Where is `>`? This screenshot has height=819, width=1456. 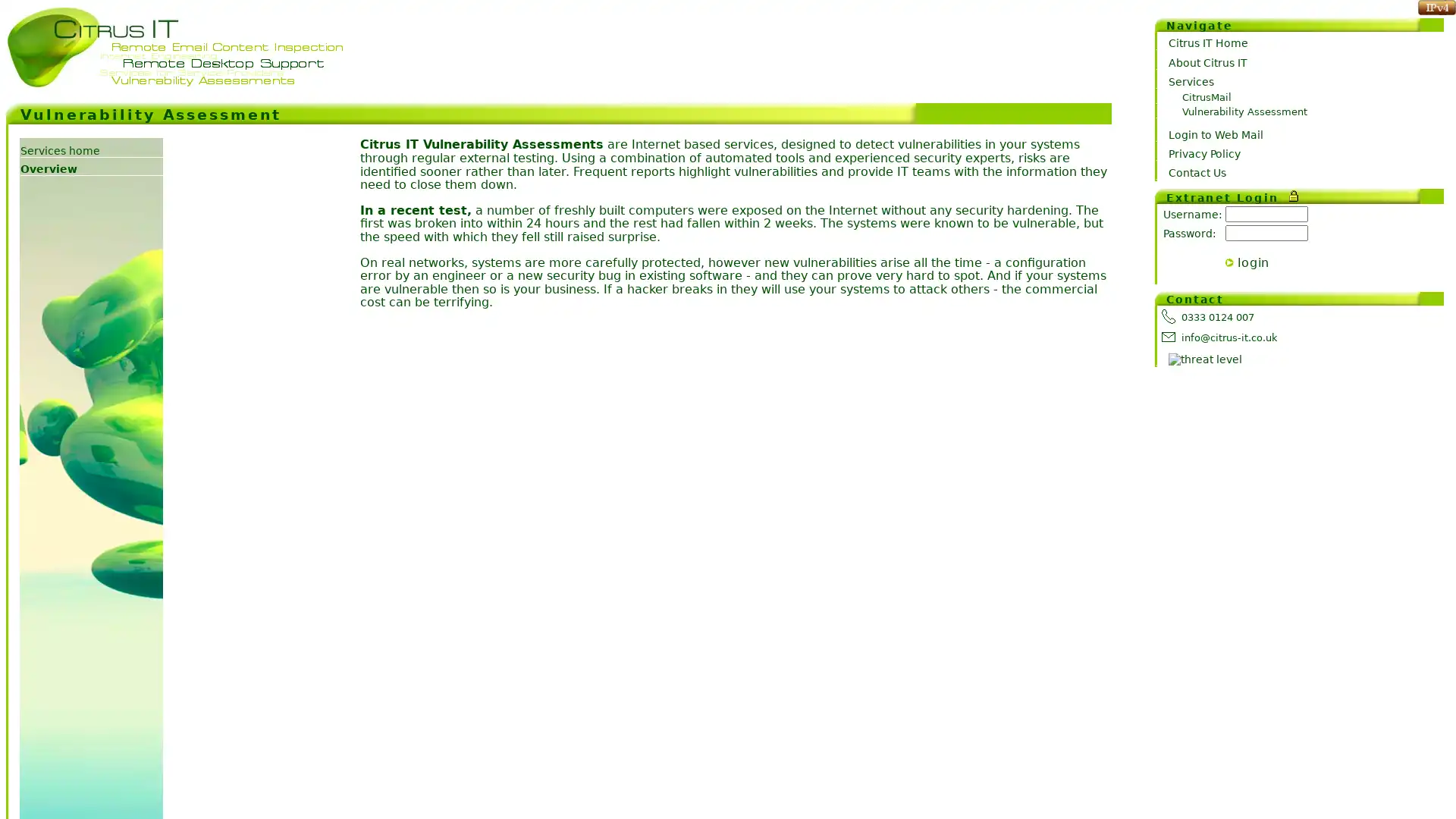
> is located at coordinates (1229, 262).